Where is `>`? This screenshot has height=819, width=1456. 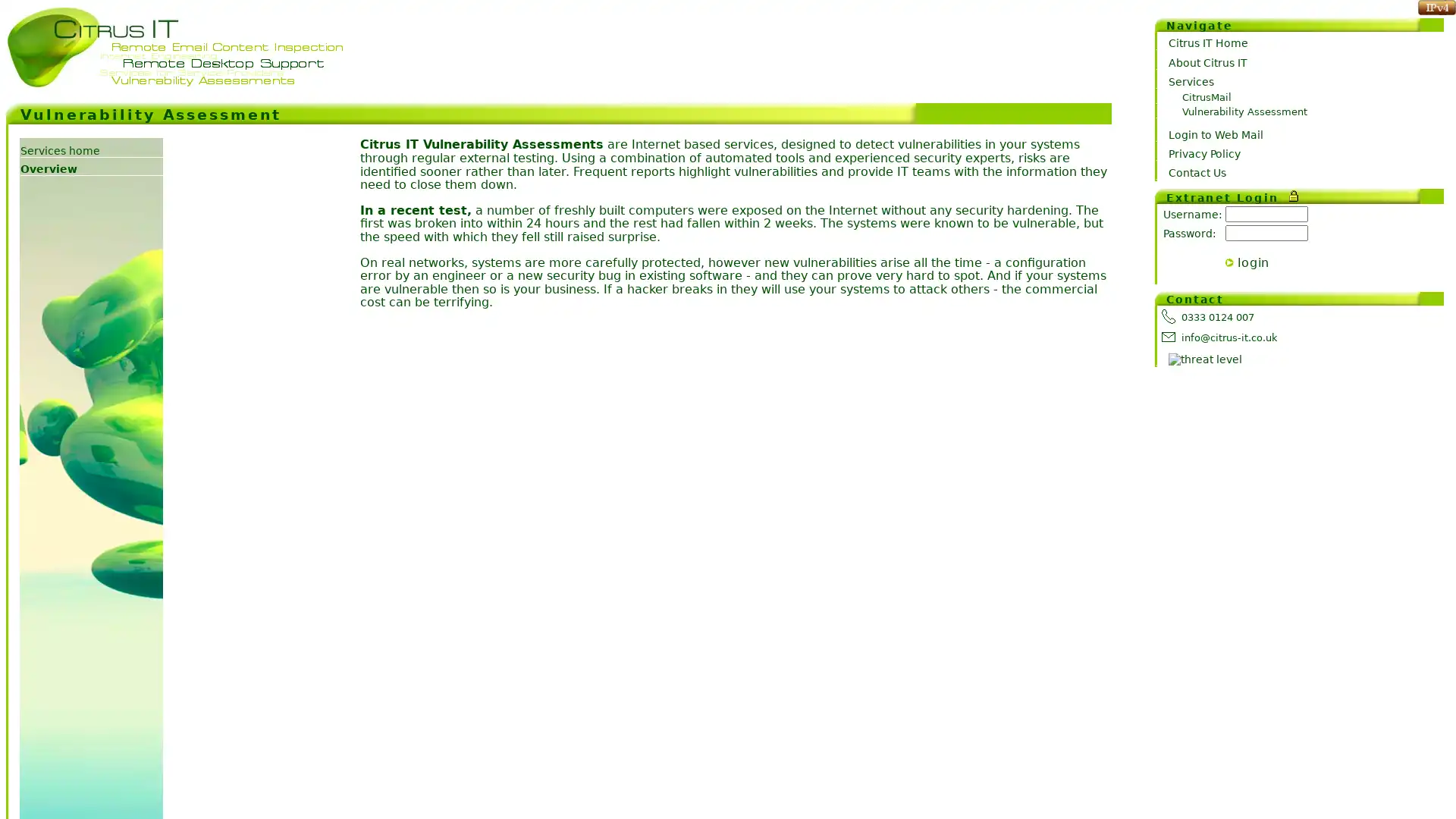
> is located at coordinates (1229, 262).